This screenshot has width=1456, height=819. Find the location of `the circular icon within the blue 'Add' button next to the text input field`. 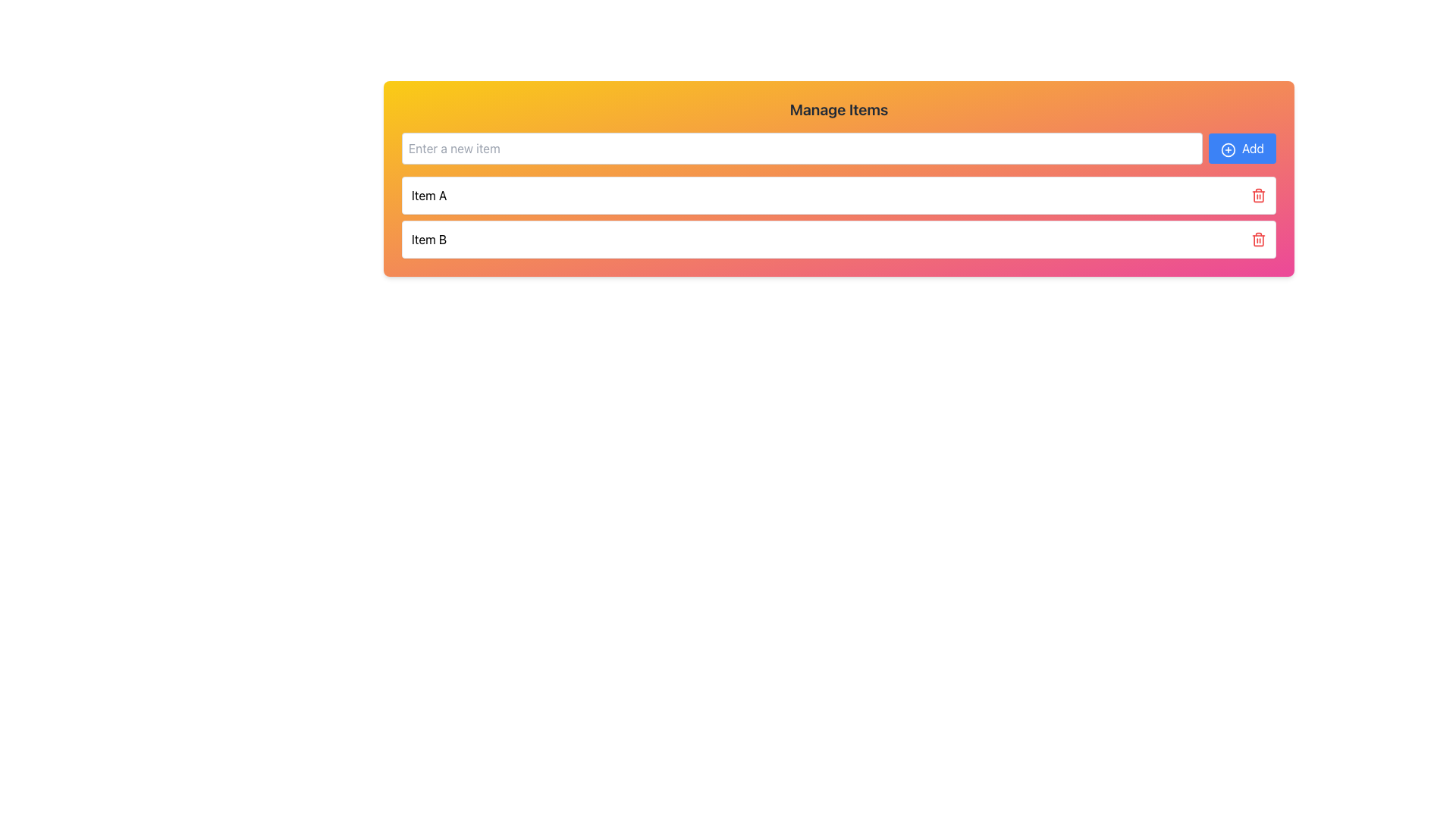

the circular icon within the blue 'Add' button next to the text input field is located at coordinates (1228, 149).